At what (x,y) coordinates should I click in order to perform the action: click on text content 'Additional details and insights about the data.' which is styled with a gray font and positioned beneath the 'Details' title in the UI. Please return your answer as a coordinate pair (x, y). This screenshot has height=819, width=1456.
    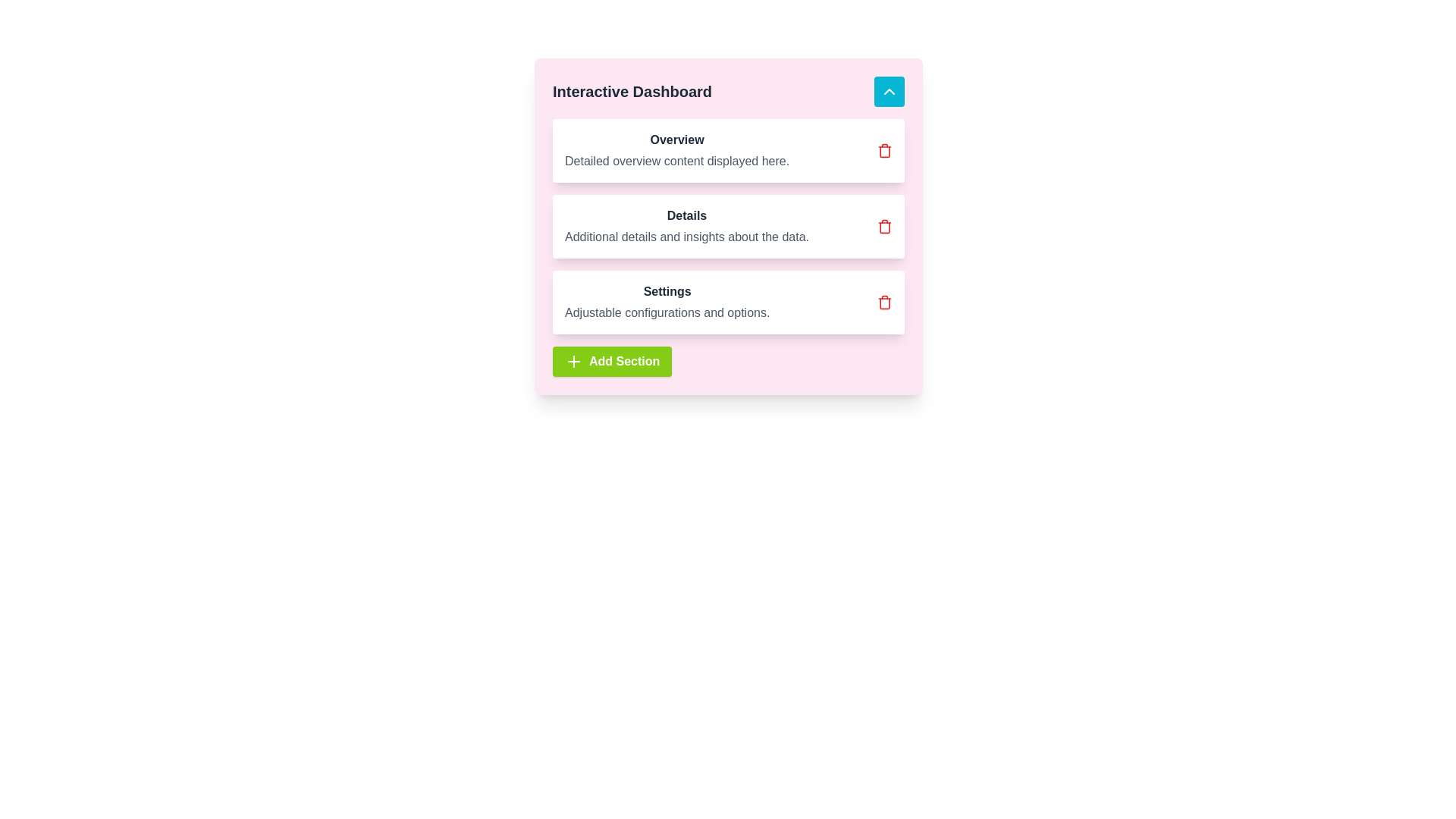
    Looking at the image, I should click on (686, 237).